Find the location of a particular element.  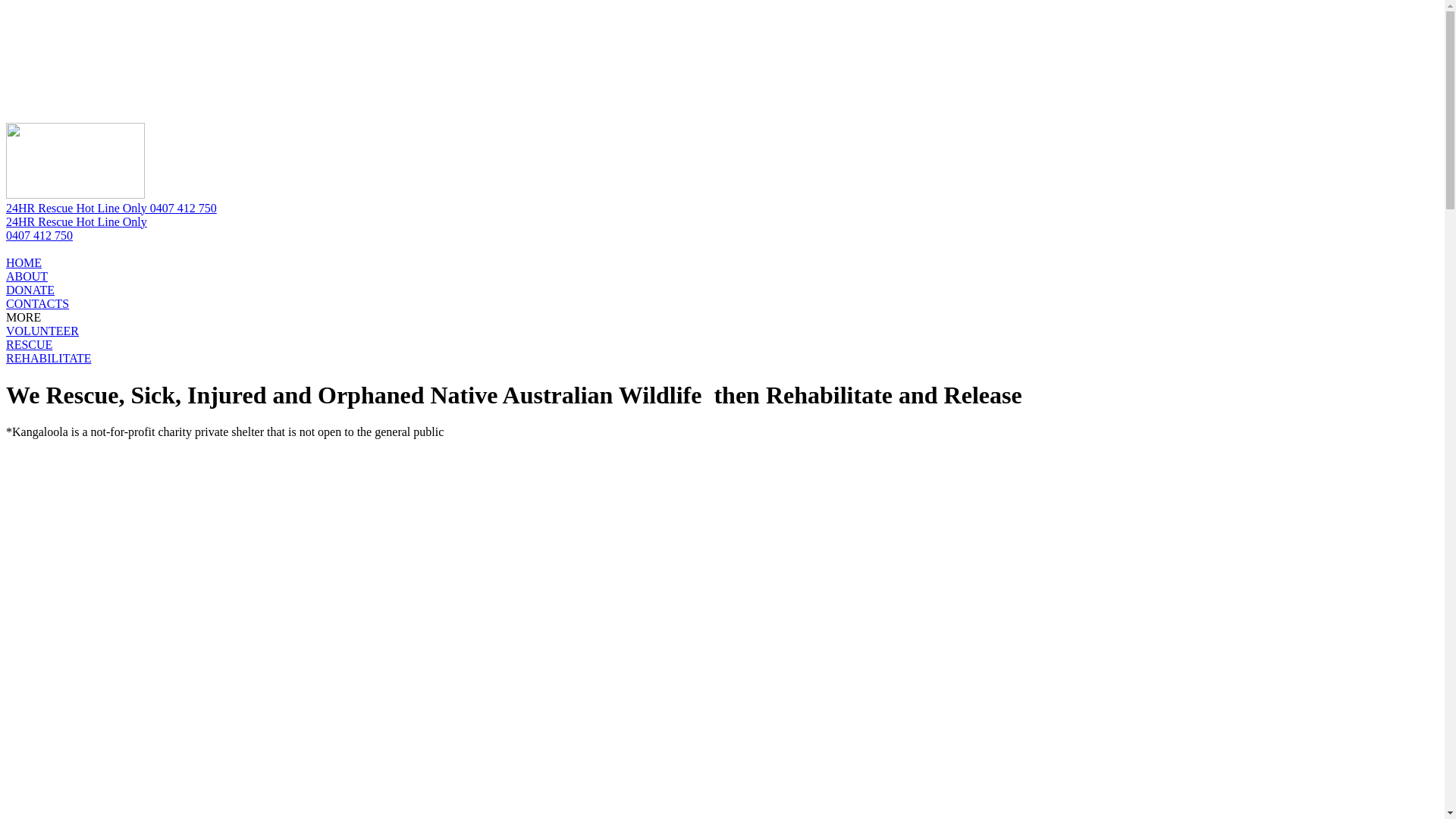

'24HR Rescue Hot Line Only 0407 412 750' is located at coordinates (111, 208).